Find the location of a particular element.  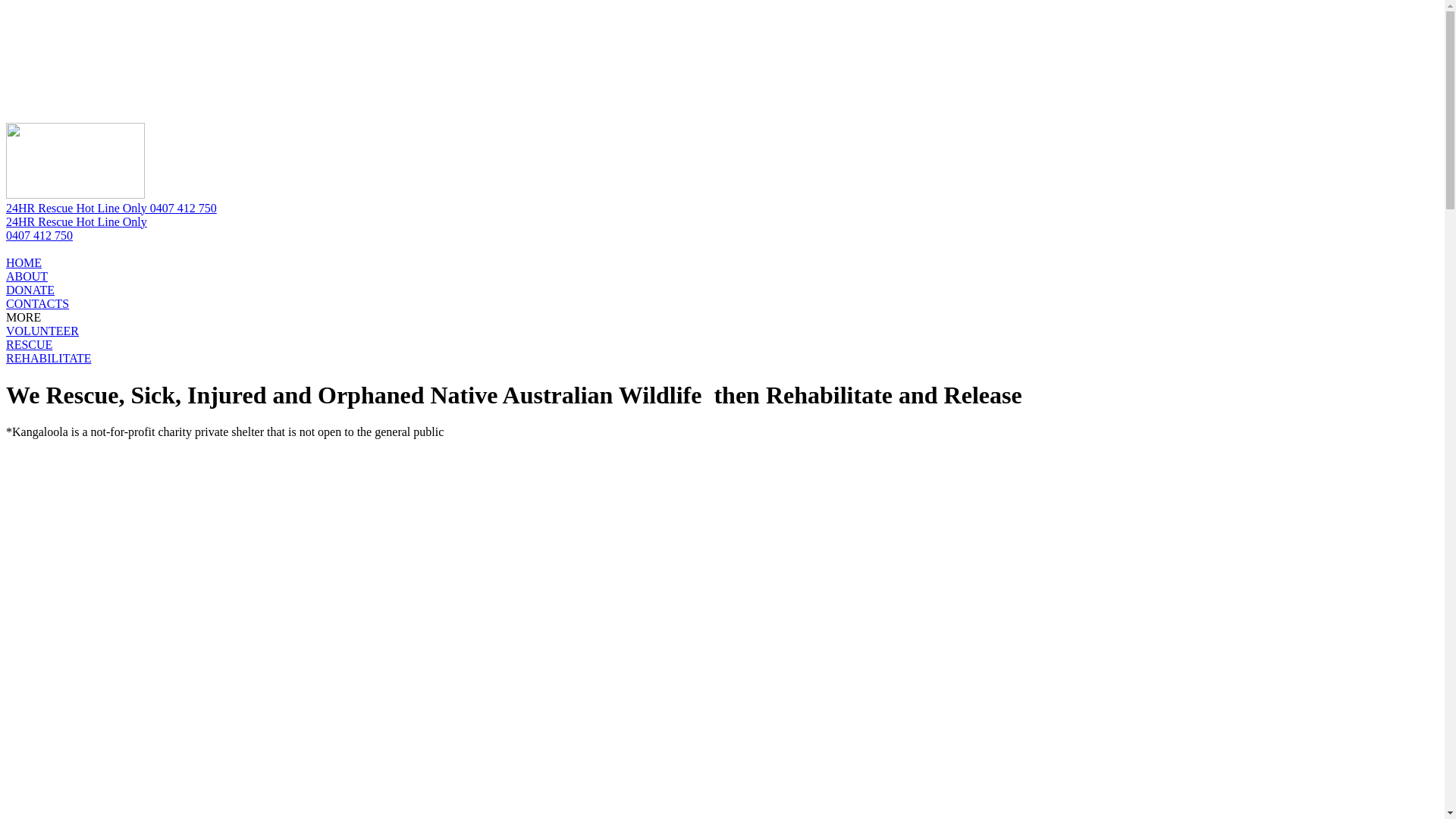

'24HR Rescue Hot Line Only 0407 412 750' is located at coordinates (111, 208).